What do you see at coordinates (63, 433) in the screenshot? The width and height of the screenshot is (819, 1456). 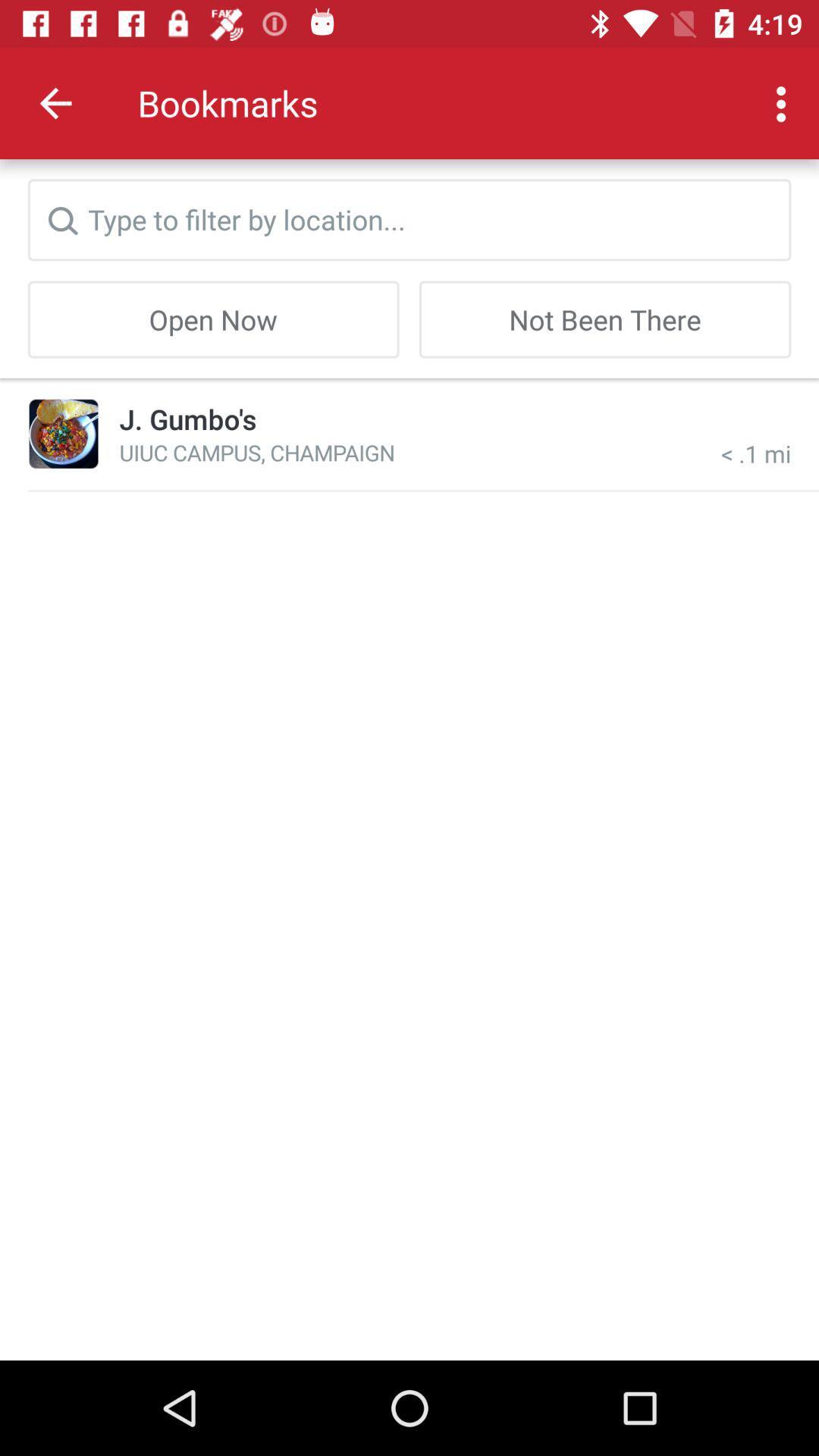 I see `icon below the open now item` at bounding box center [63, 433].